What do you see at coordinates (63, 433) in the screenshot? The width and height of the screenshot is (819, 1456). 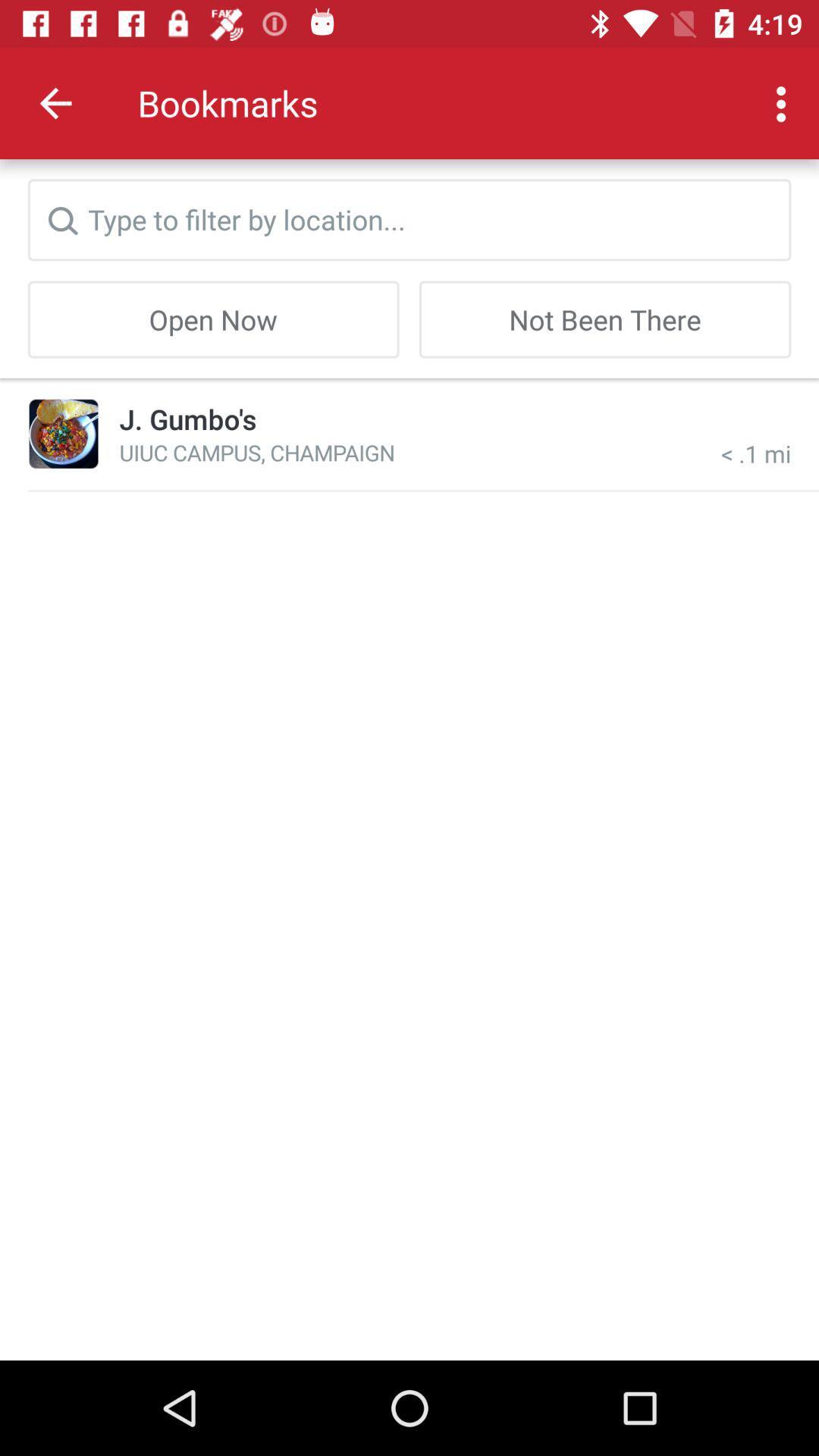 I see `icon below the open now item` at bounding box center [63, 433].